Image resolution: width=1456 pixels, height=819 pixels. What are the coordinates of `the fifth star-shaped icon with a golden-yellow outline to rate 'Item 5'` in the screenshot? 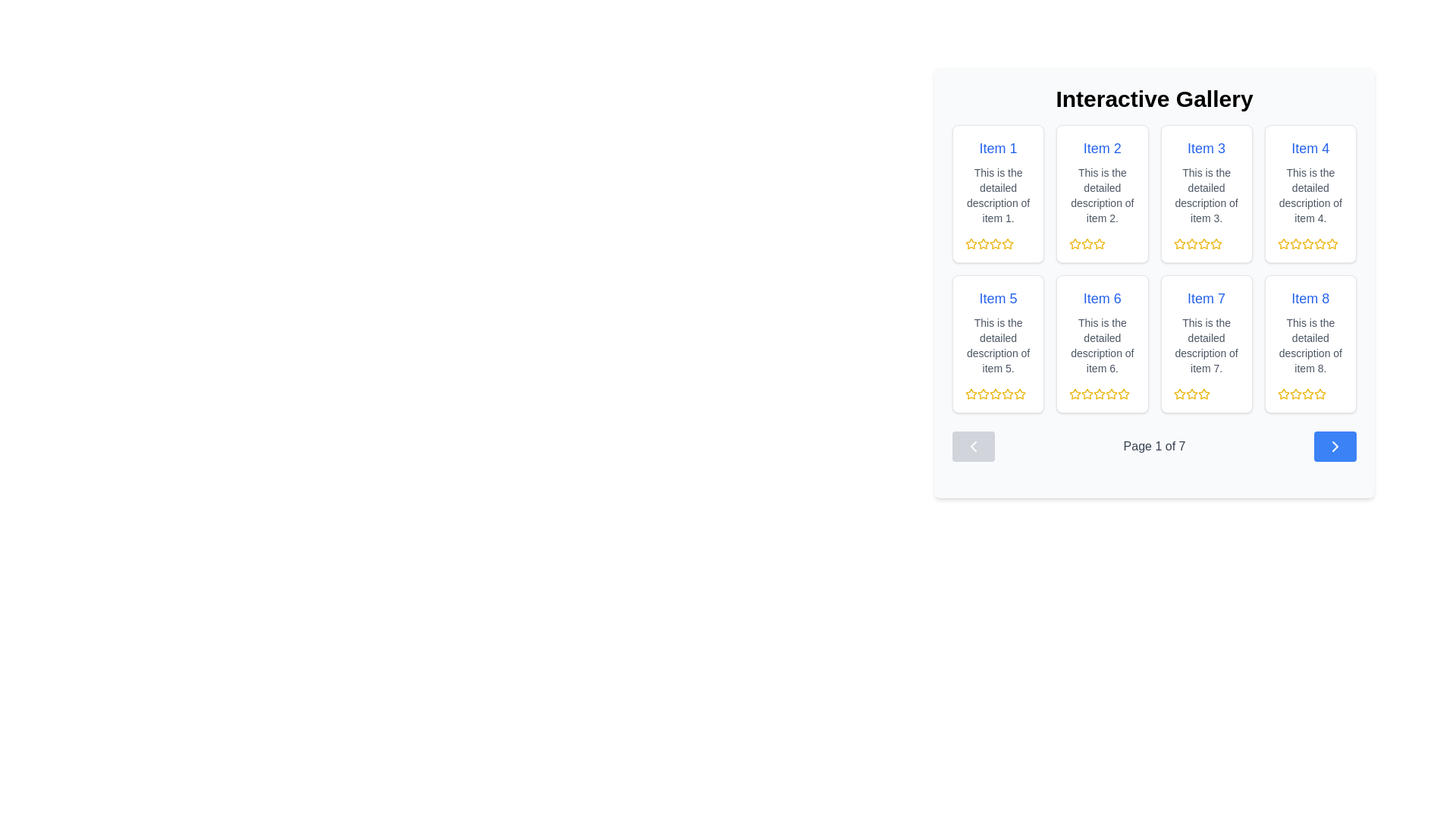 It's located at (1019, 394).